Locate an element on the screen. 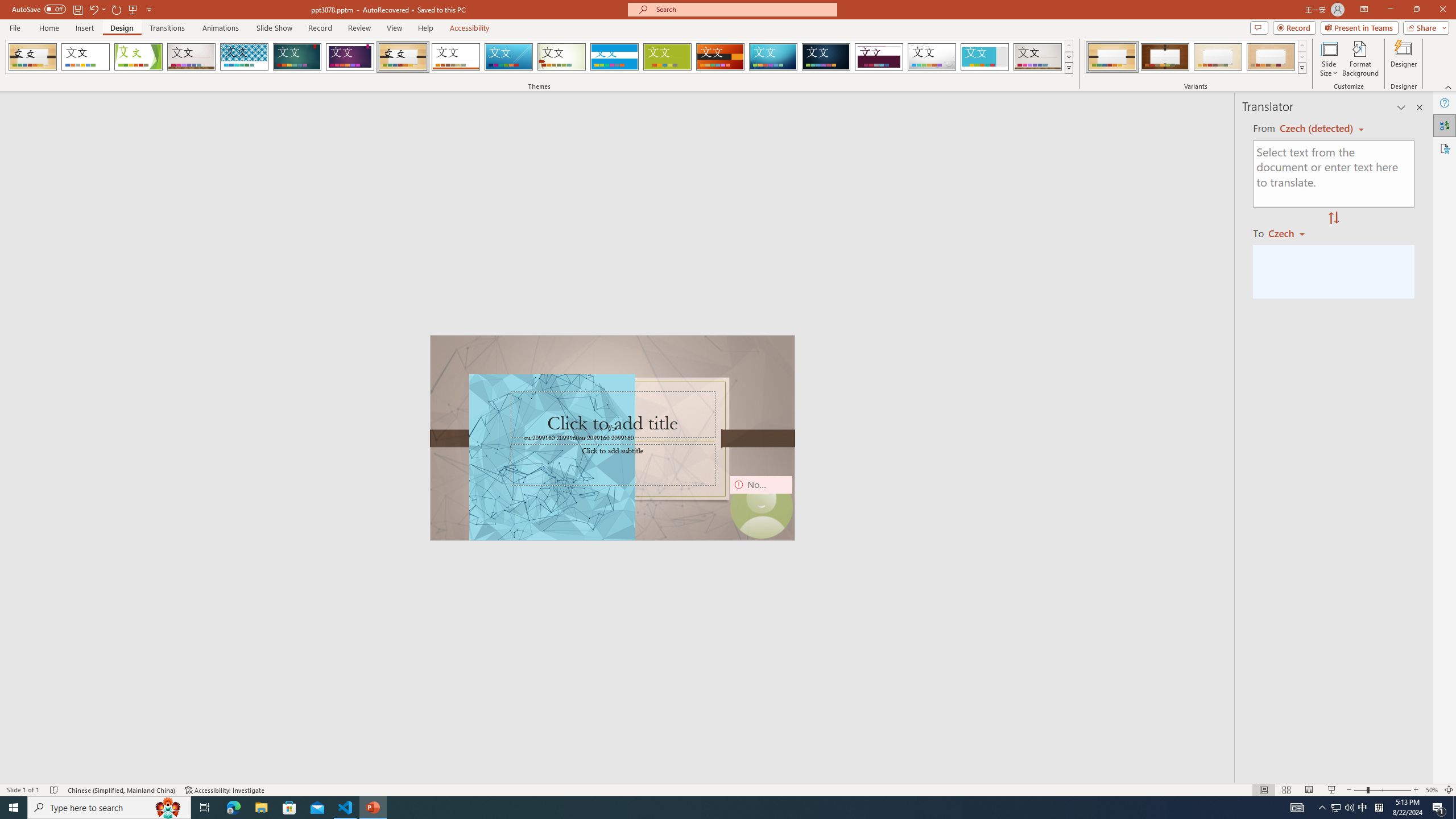 The width and height of the screenshot is (1456, 819). 'Retrospect' is located at coordinates (455, 56).